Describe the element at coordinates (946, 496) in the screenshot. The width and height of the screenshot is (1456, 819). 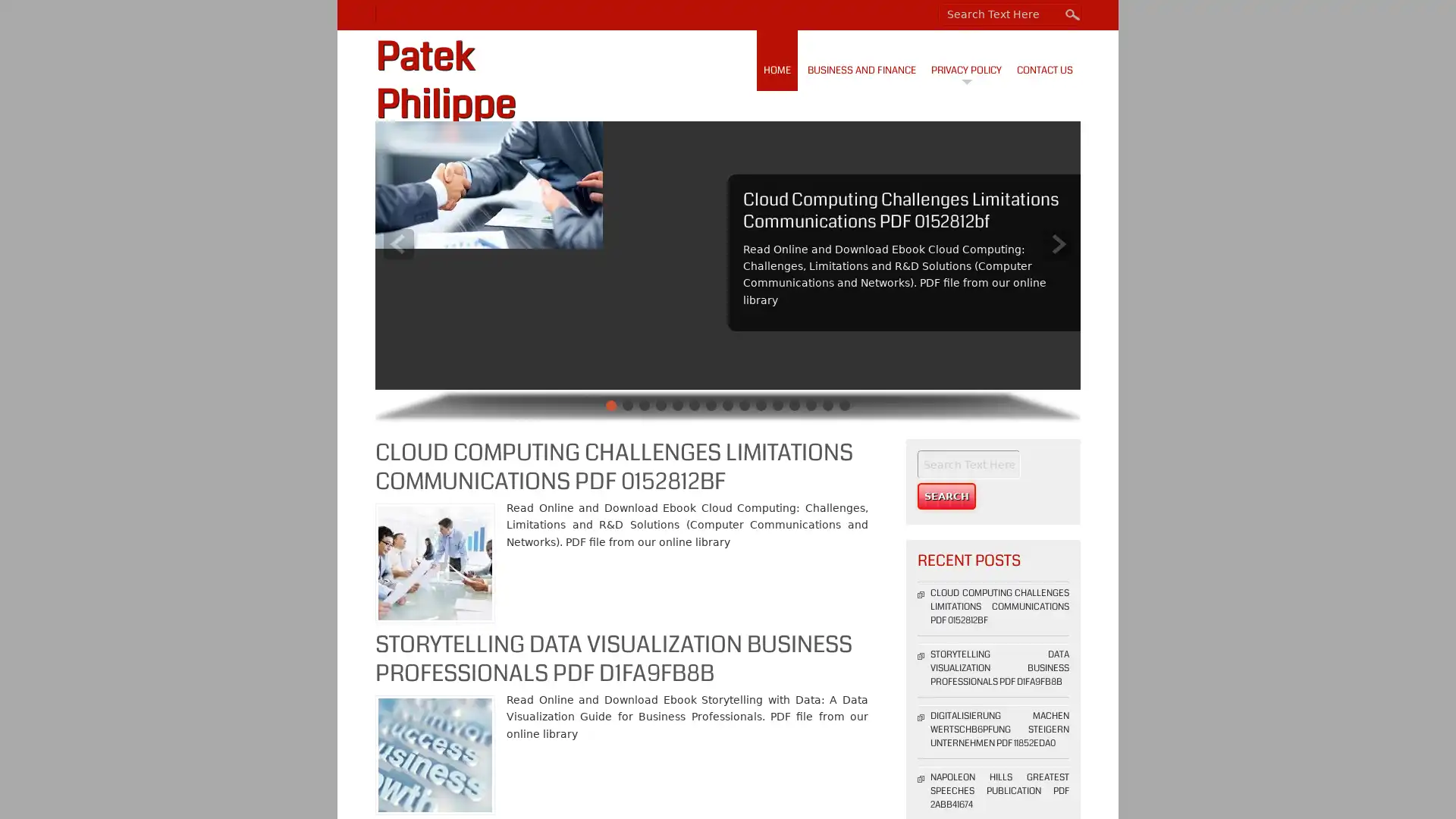
I see `Search` at that location.